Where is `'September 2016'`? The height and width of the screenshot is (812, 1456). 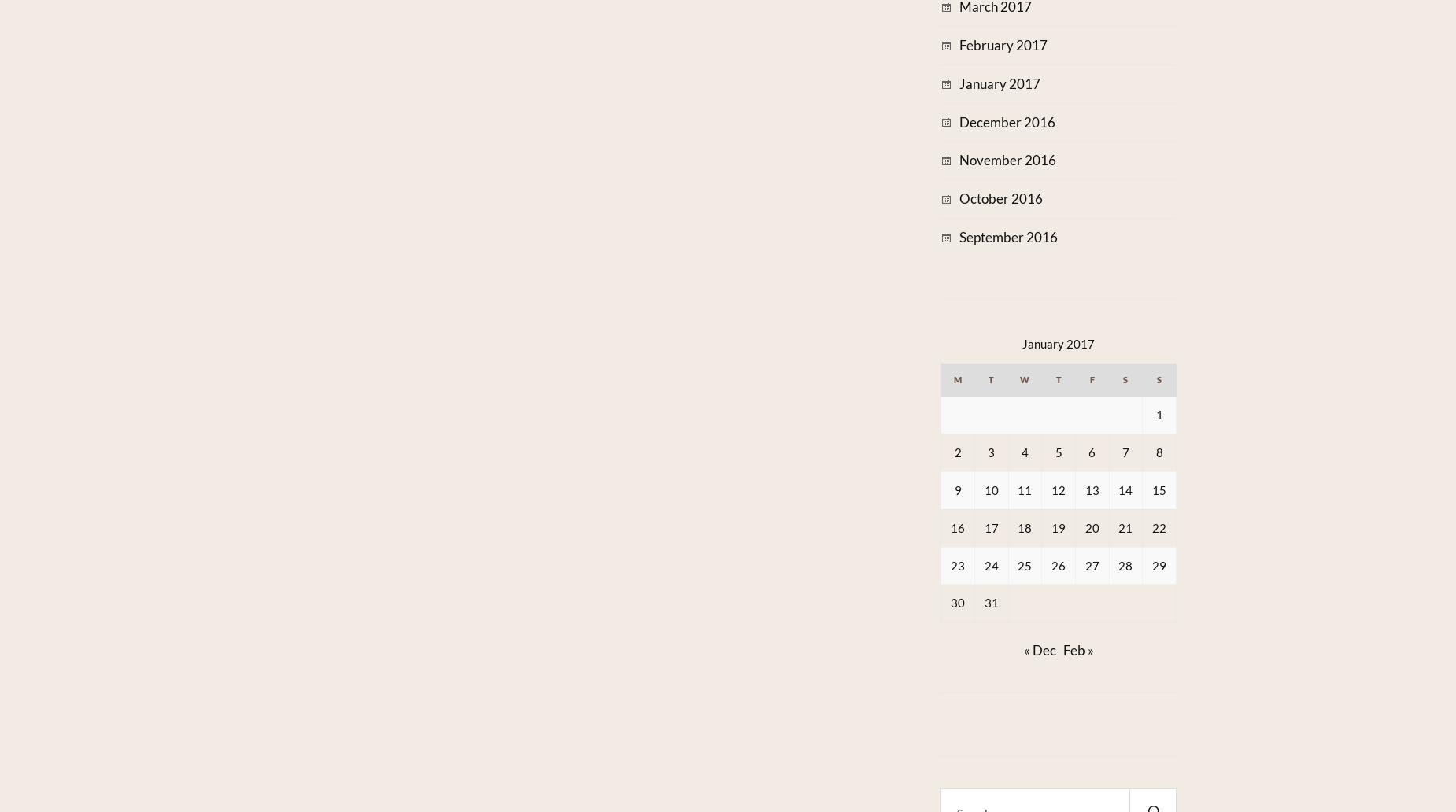
'September 2016' is located at coordinates (1007, 237).